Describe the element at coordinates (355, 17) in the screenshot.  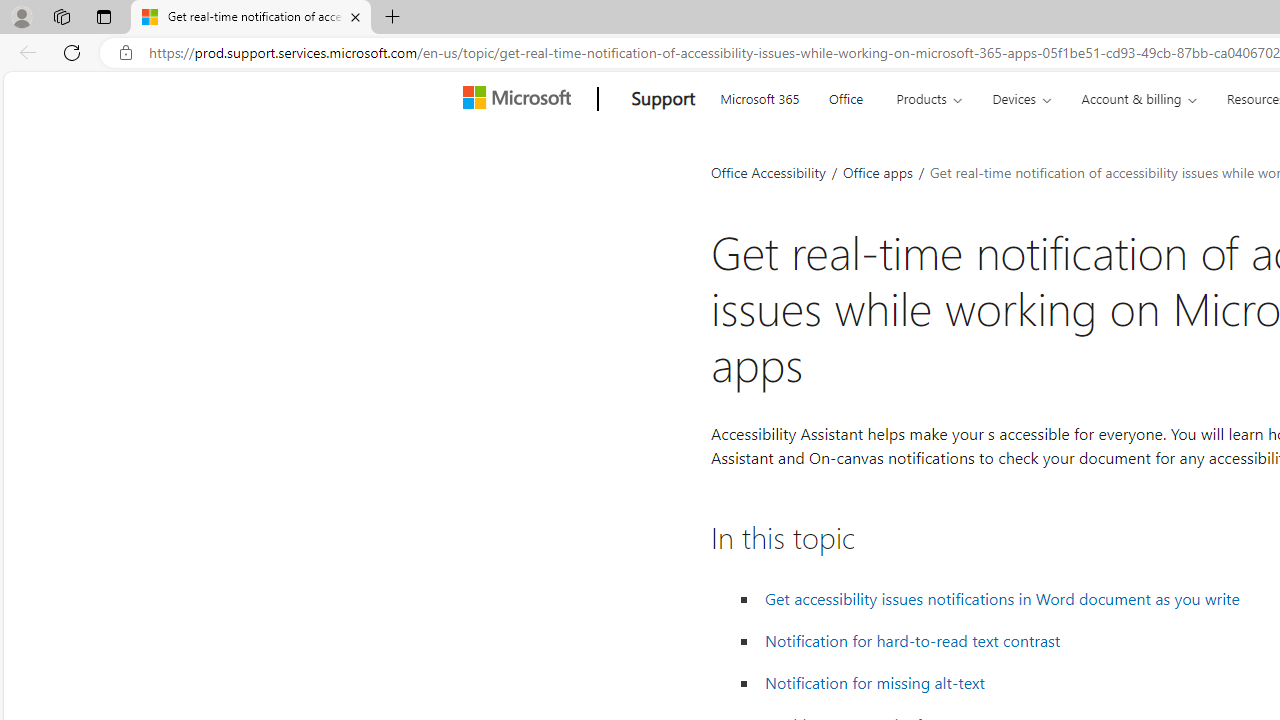
I see `'Close tab'` at that location.